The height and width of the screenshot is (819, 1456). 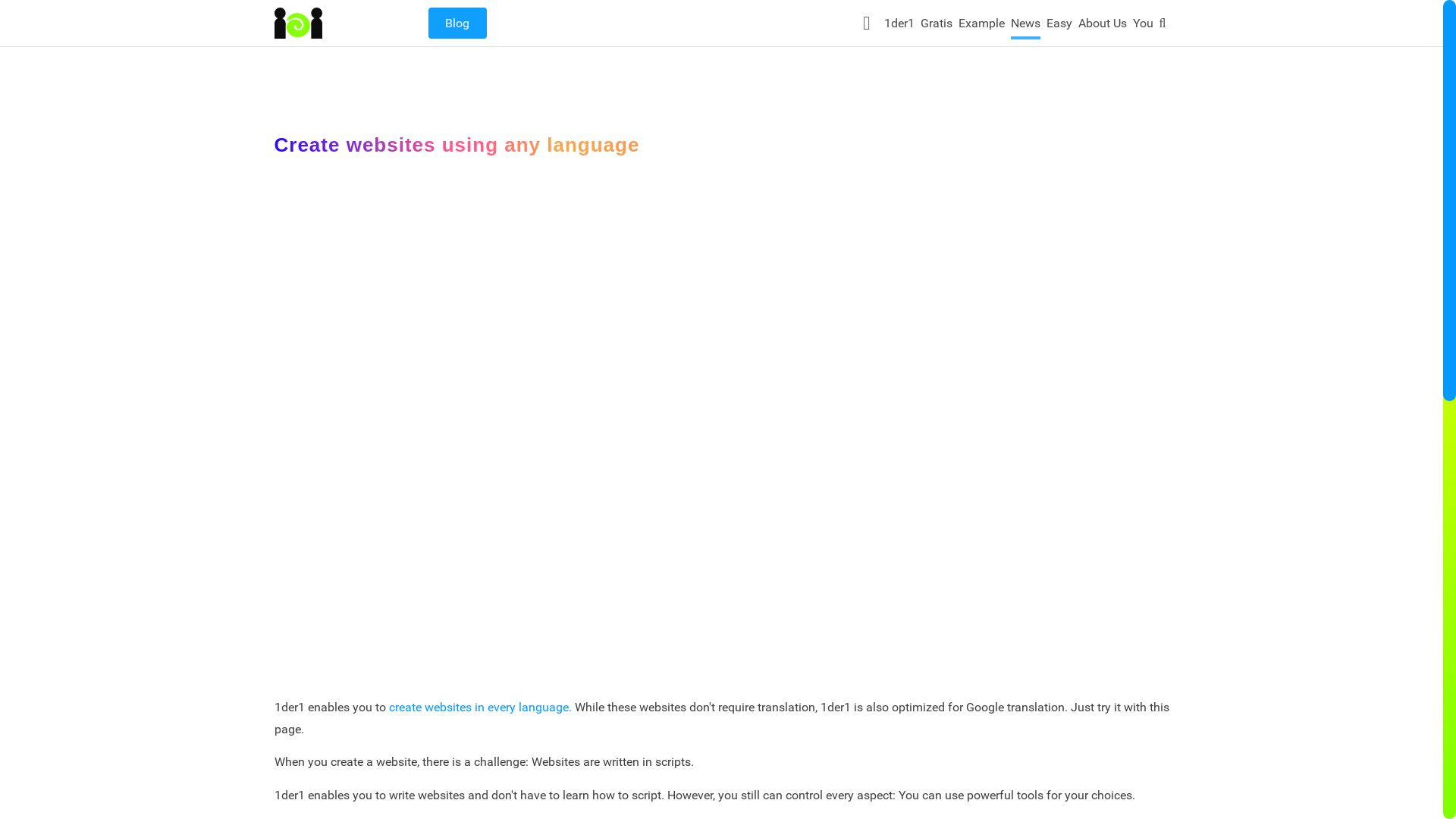 I want to click on 'You', so click(x=1143, y=26).